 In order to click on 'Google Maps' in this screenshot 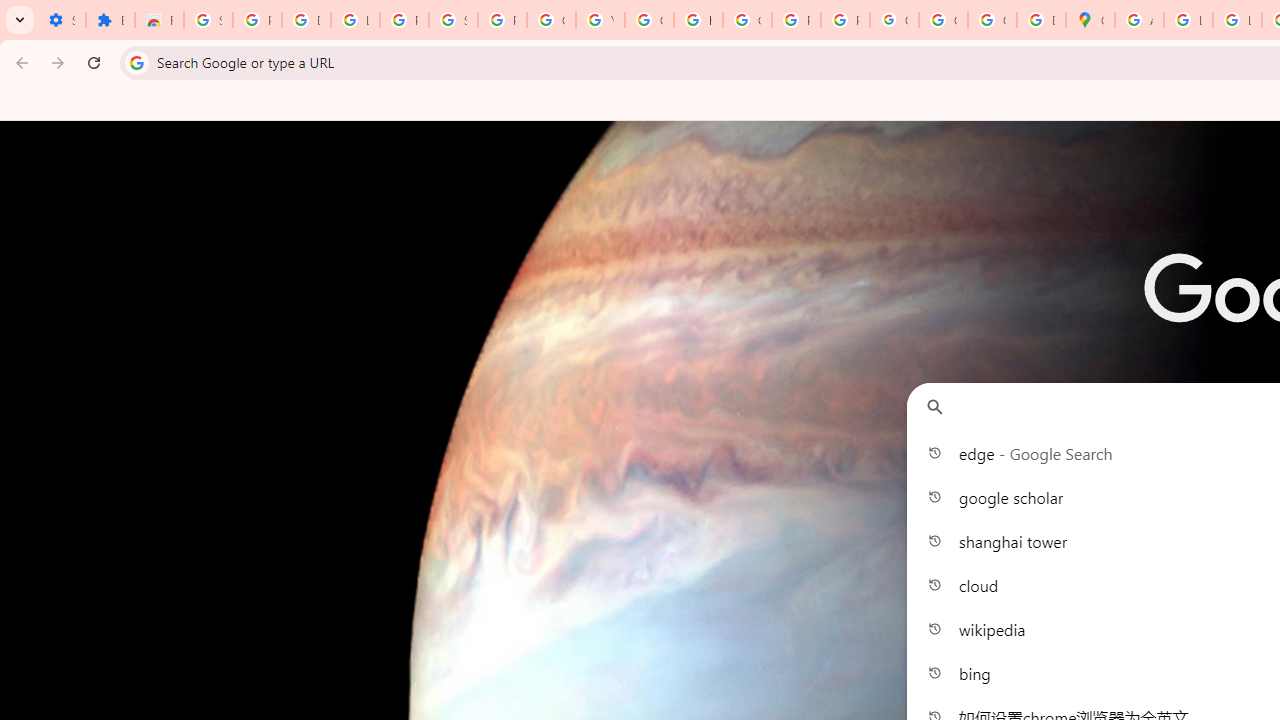, I will do `click(1089, 20)`.